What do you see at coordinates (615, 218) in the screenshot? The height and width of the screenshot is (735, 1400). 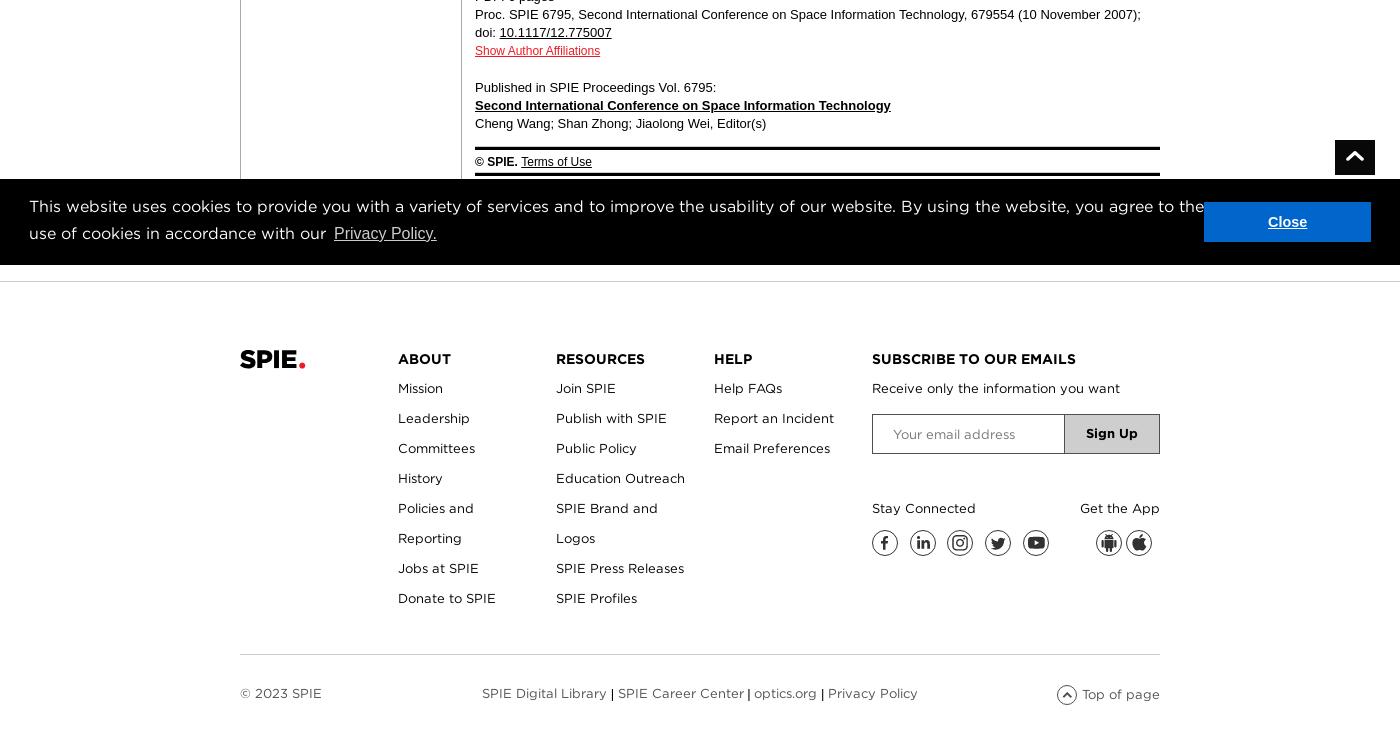 I see `'This website uses cookies to provide you with a variety of services and to improve the usability of our website. By using the website, you agree to the use of cookies in accordance with our'` at bounding box center [615, 218].